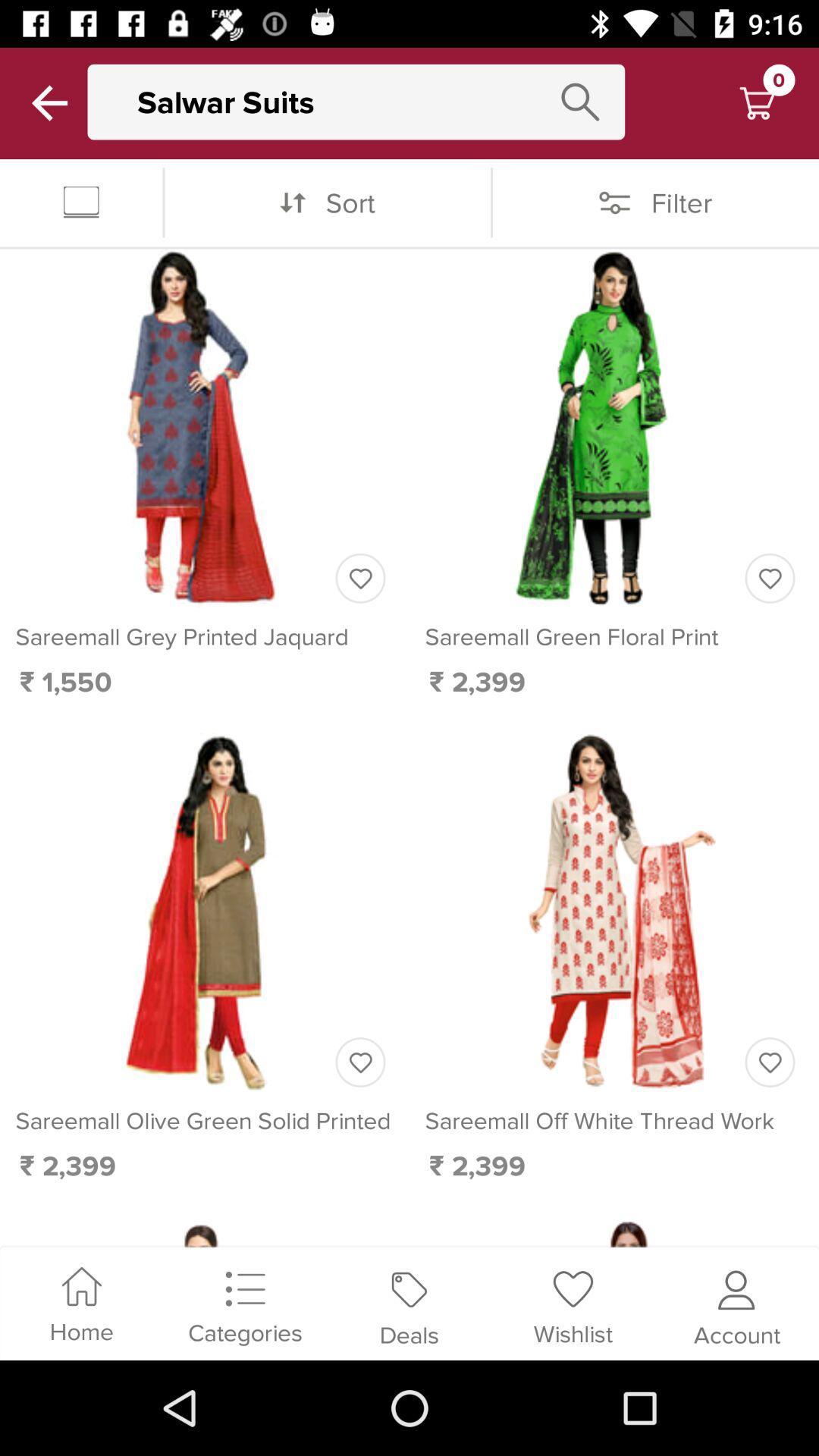 Image resolution: width=819 pixels, height=1456 pixels. I want to click on item to wishlist, so click(770, 577).